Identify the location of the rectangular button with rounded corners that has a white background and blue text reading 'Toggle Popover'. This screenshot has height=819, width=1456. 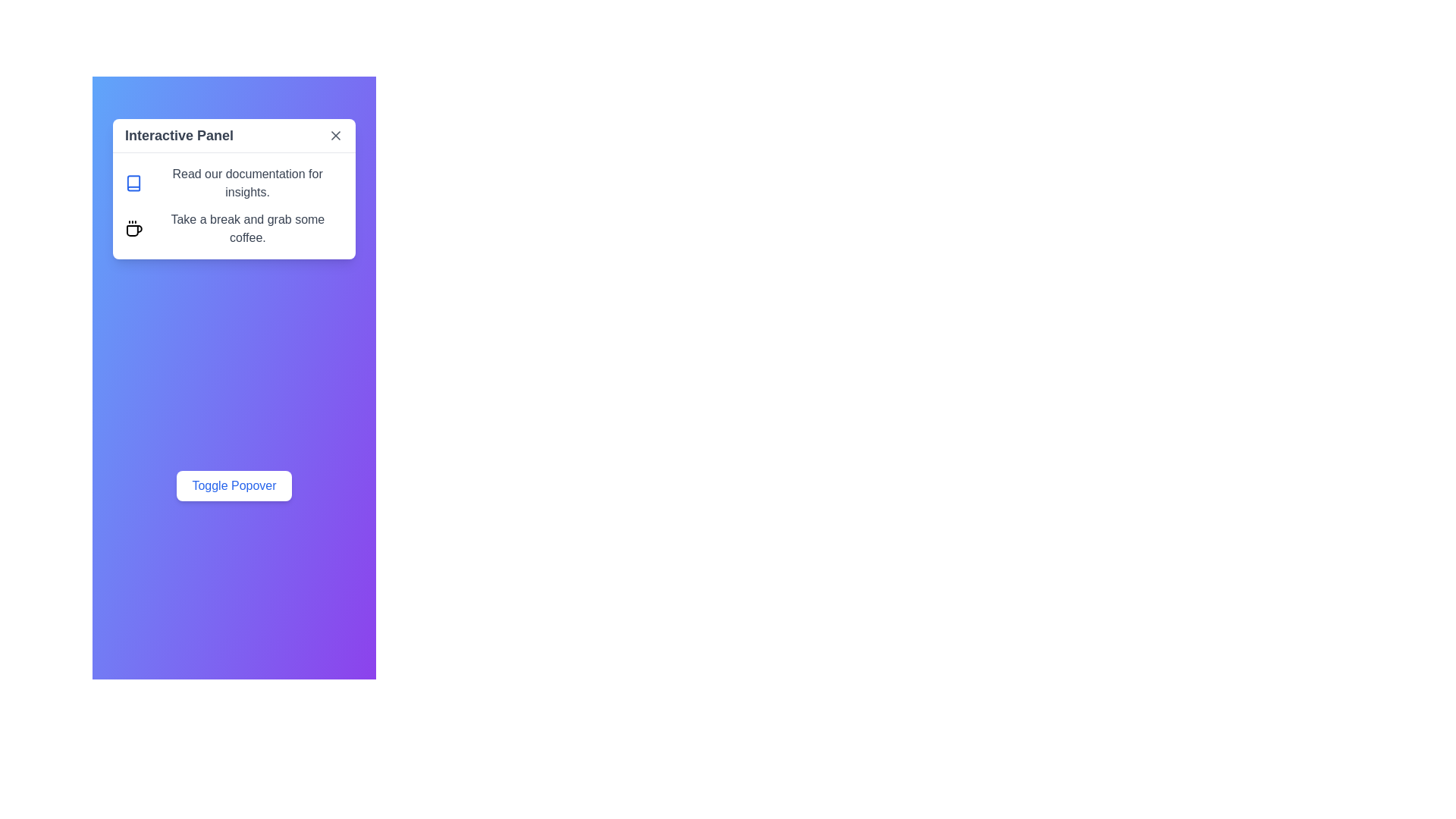
(233, 485).